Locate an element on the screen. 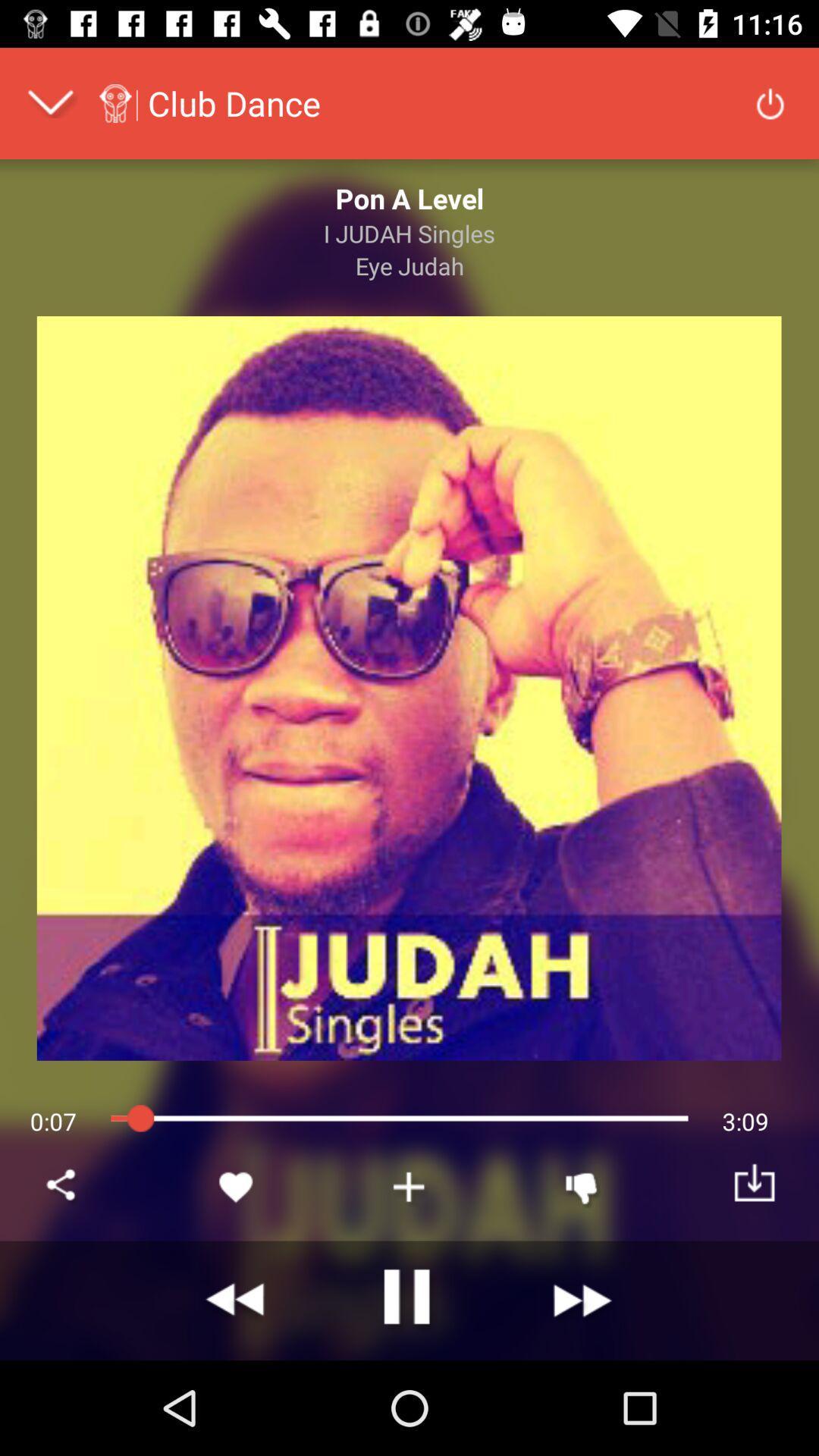 This screenshot has height=1456, width=819. pause the song is located at coordinates (409, 1300).